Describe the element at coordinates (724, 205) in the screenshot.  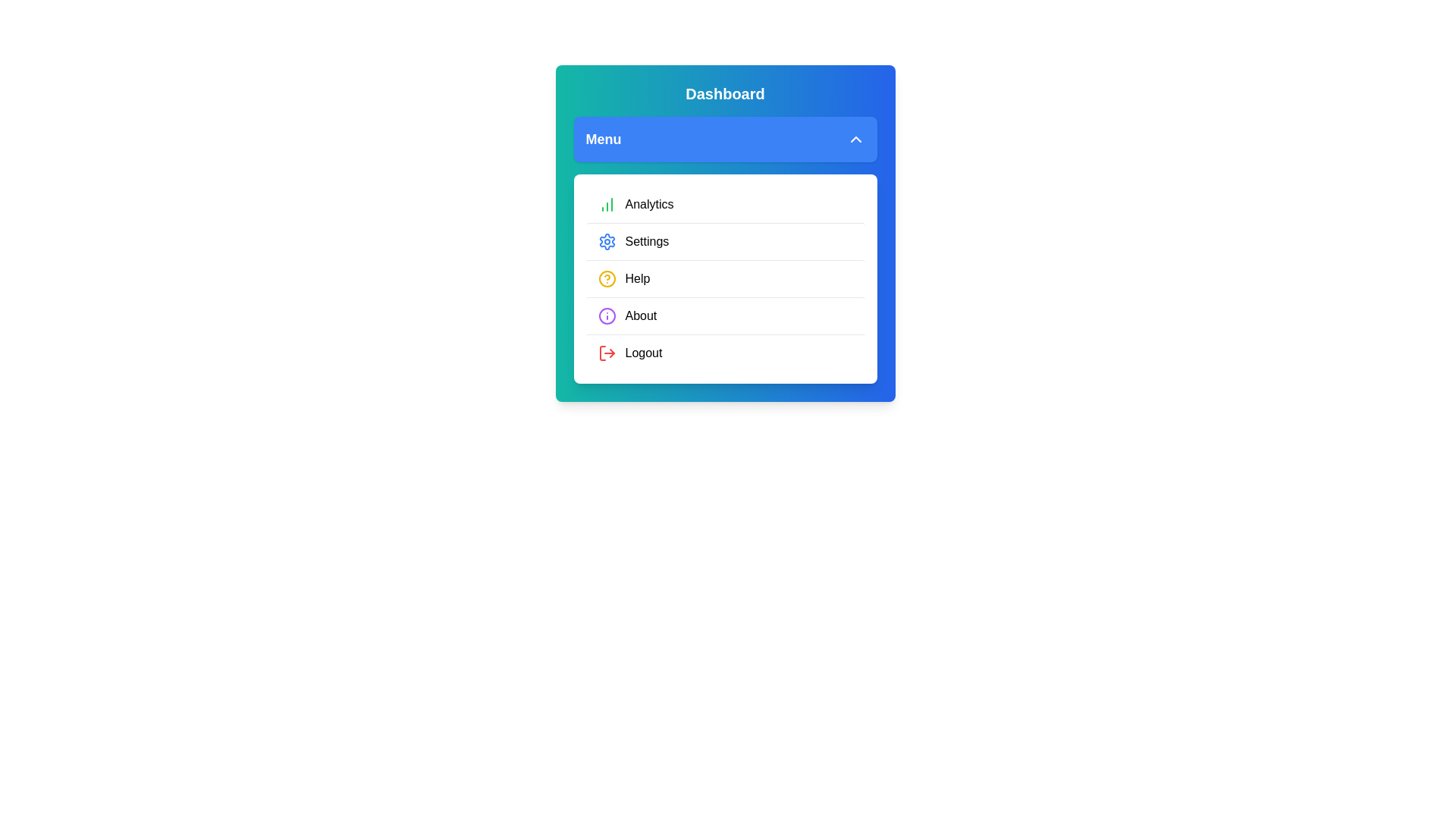
I see `the 'Analytics' menu item in the dropdown menu` at that location.